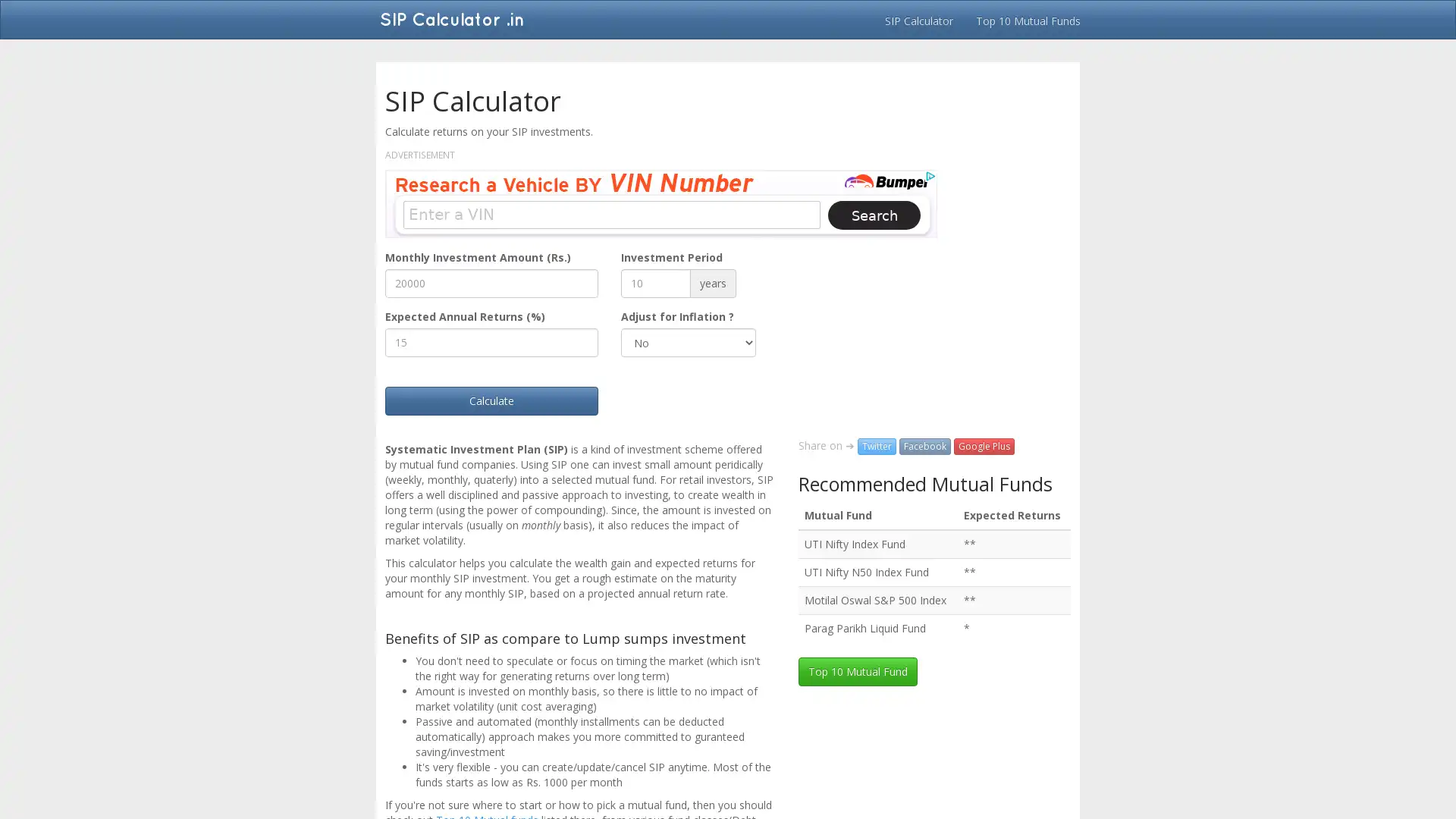 Image resolution: width=1456 pixels, height=819 pixels. I want to click on Calculate, so click(491, 400).